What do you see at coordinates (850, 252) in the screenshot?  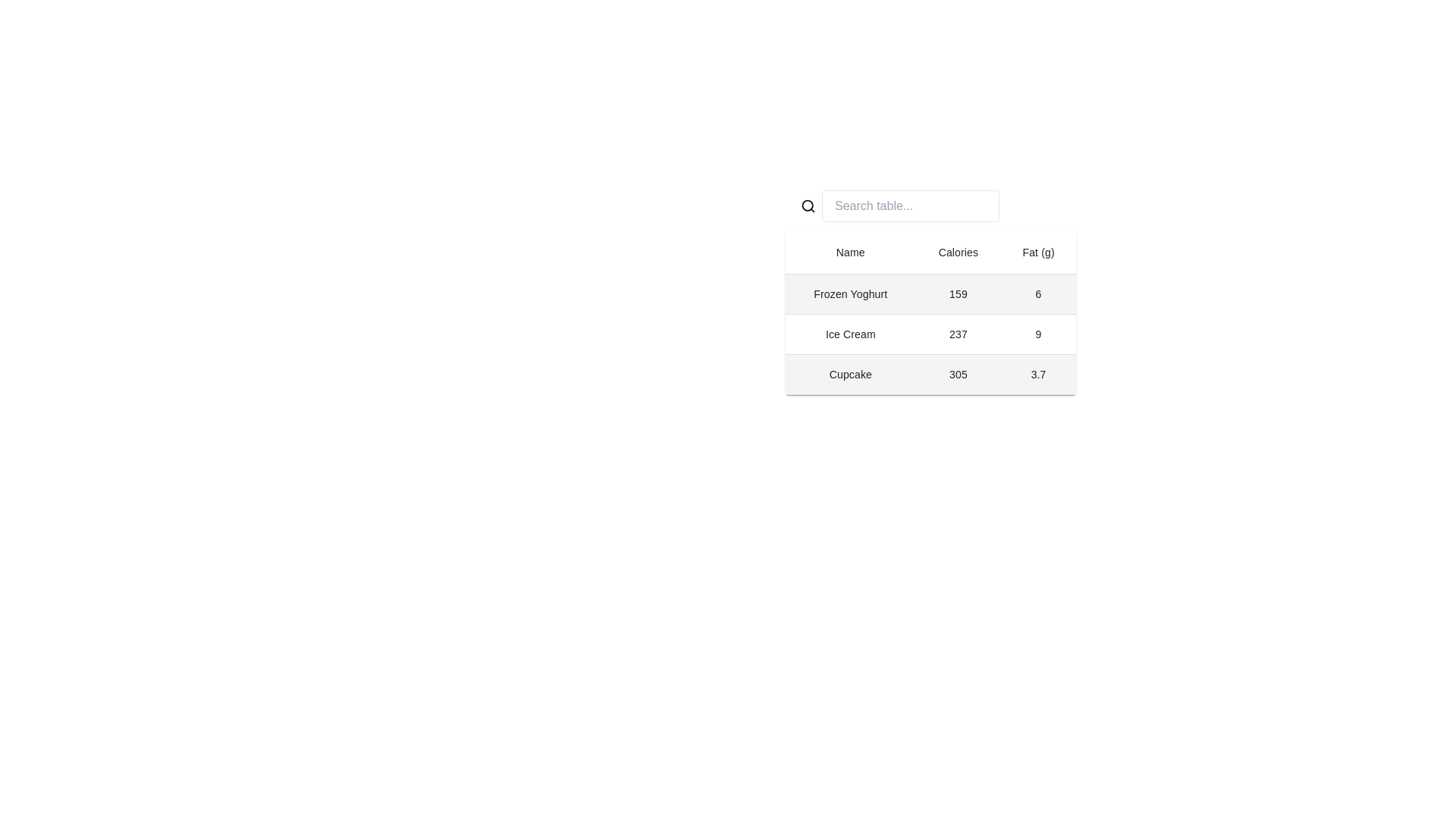 I see `the 'Name' header cell in the table to sort the column` at bounding box center [850, 252].